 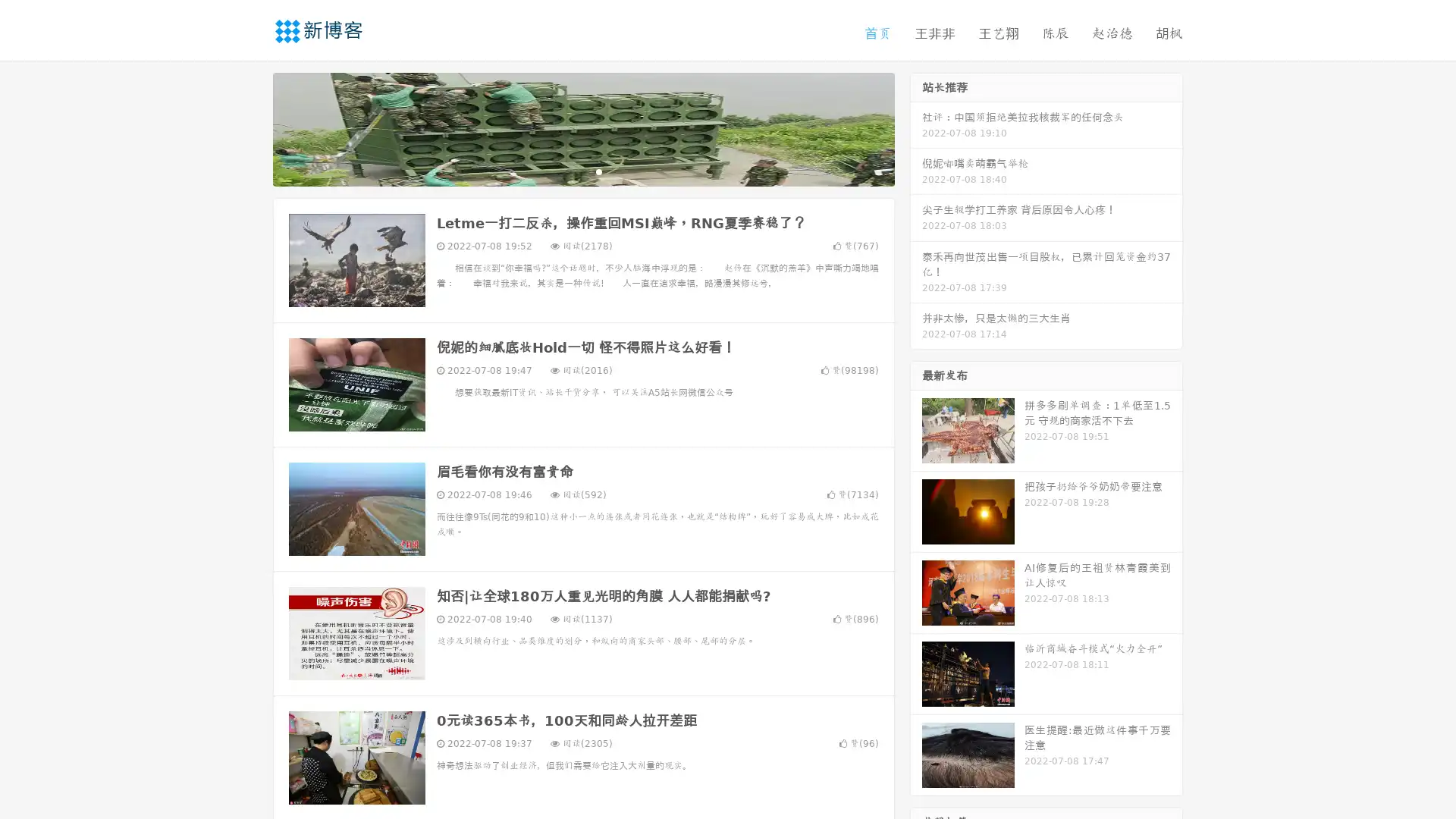 I want to click on Go to slide 3, so click(x=598, y=171).